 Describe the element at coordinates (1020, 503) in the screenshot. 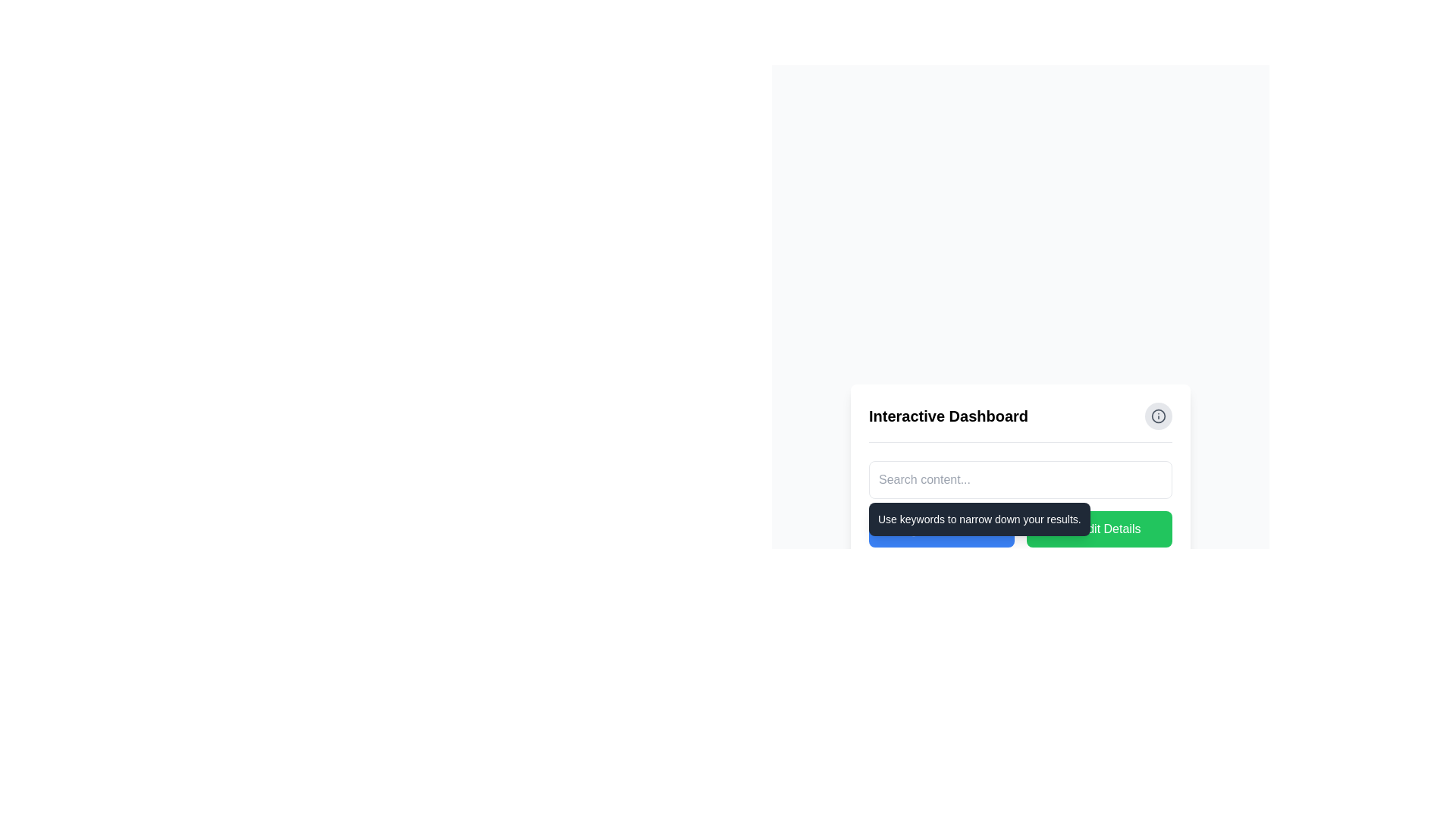

I see `the tooltip that displays 'Use keywords to narrow down your results.' It is styled with a black background and white text, positioned above the 'Add Data' and 'Edit Details' buttons in the Interactive Dashboard section` at that location.